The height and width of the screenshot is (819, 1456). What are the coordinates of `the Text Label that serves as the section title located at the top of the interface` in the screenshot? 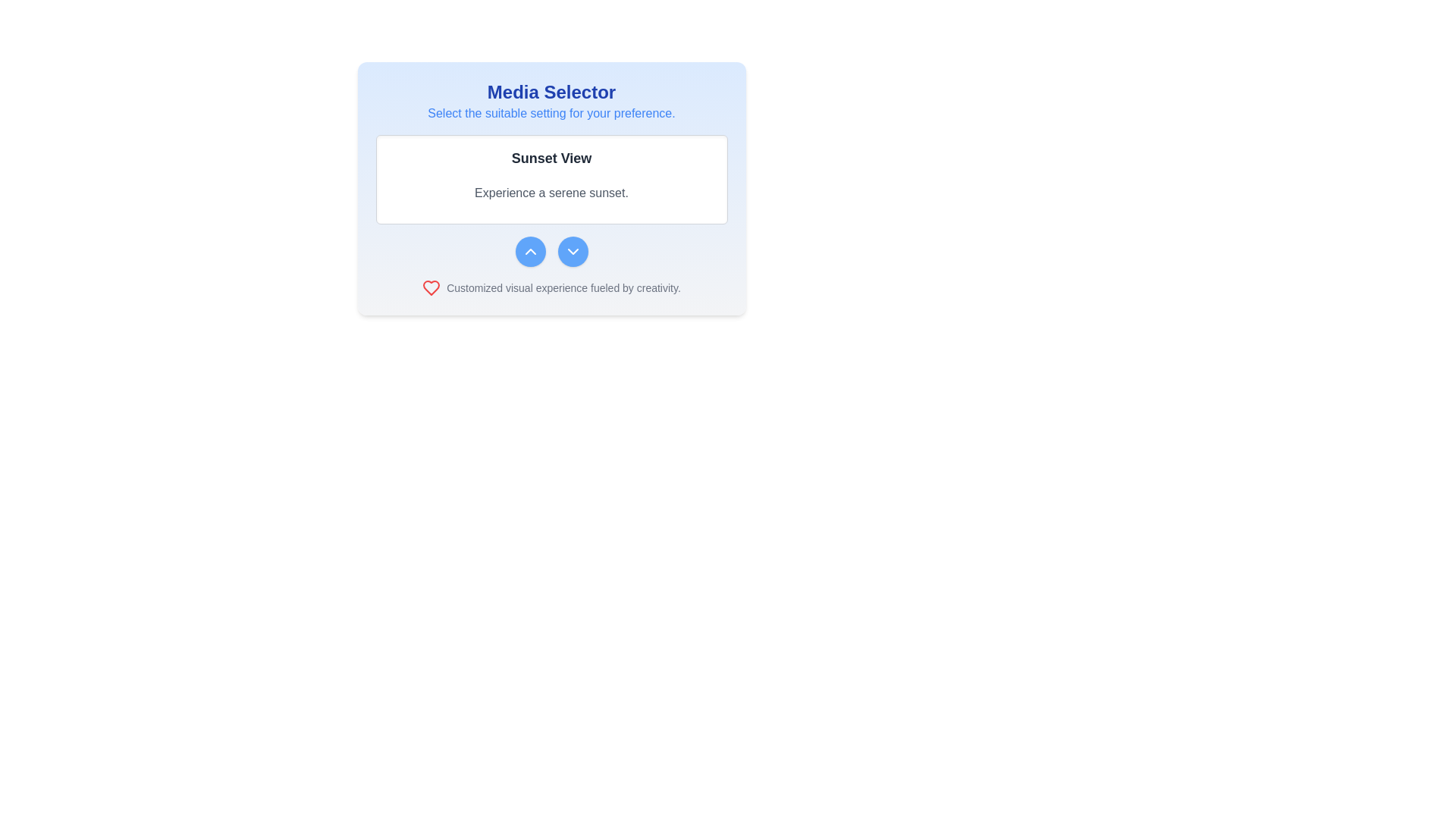 It's located at (551, 93).